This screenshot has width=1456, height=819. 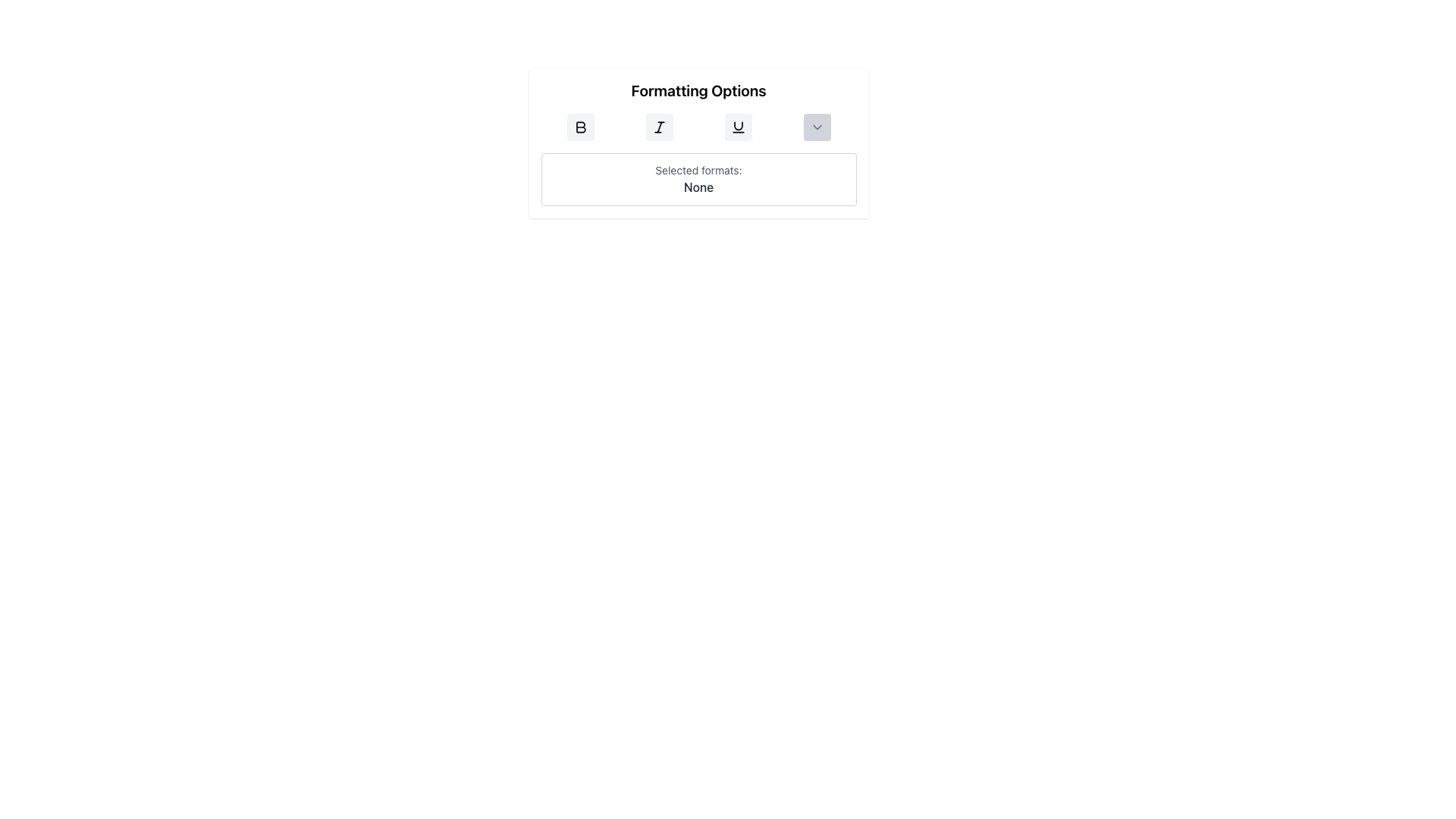 What do you see at coordinates (738, 127) in the screenshot?
I see `the underline formatting icon button, which is a circular icon with a semicircular curve on top and a horizontal line at the bottom` at bounding box center [738, 127].